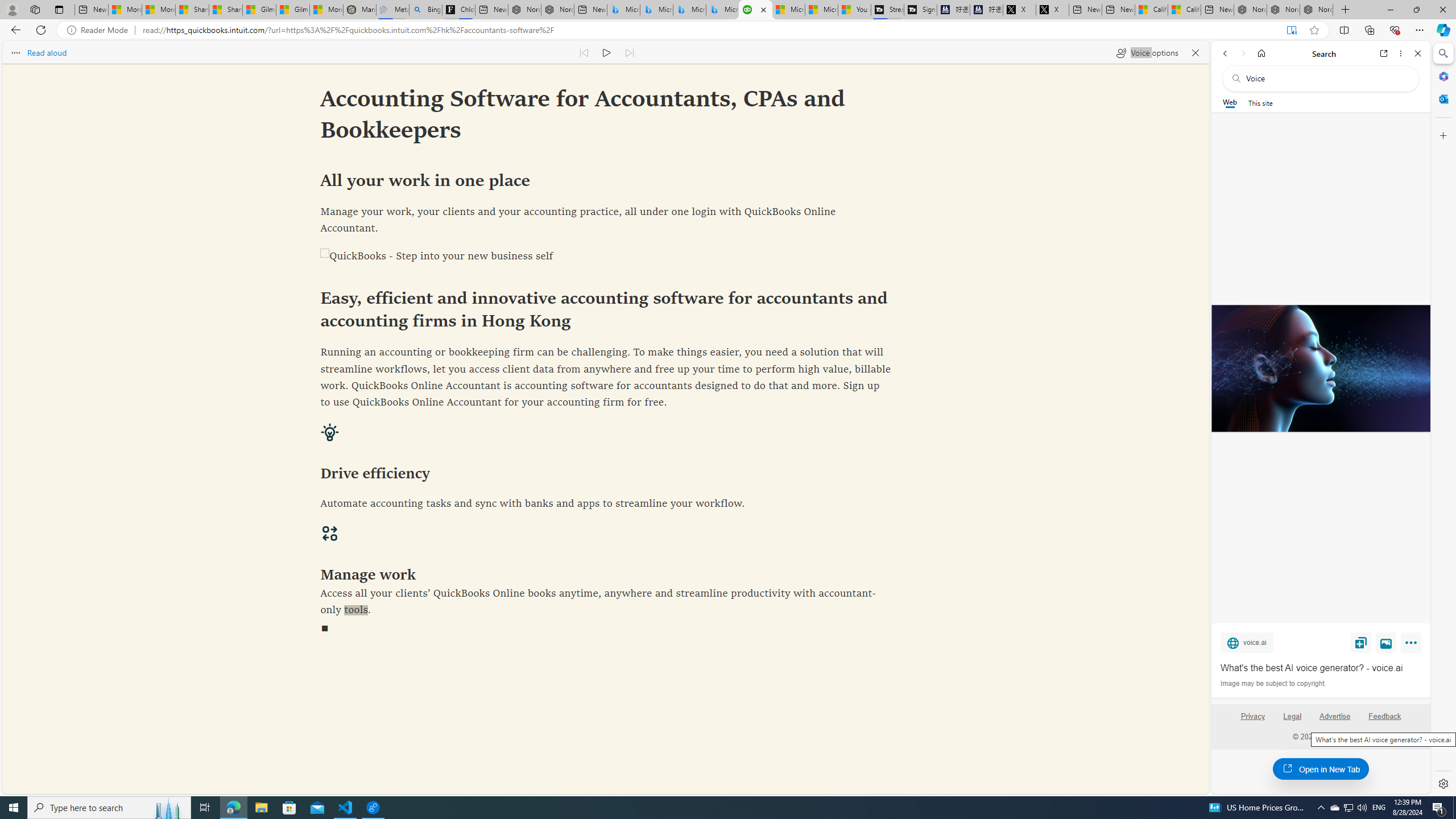 The height and width of the screenshot is (819, 1456). What do you see at coordinates (1321, 768) in the screenshot?
I see `'Open in New Tab'` at bounding box center [1321, 768].